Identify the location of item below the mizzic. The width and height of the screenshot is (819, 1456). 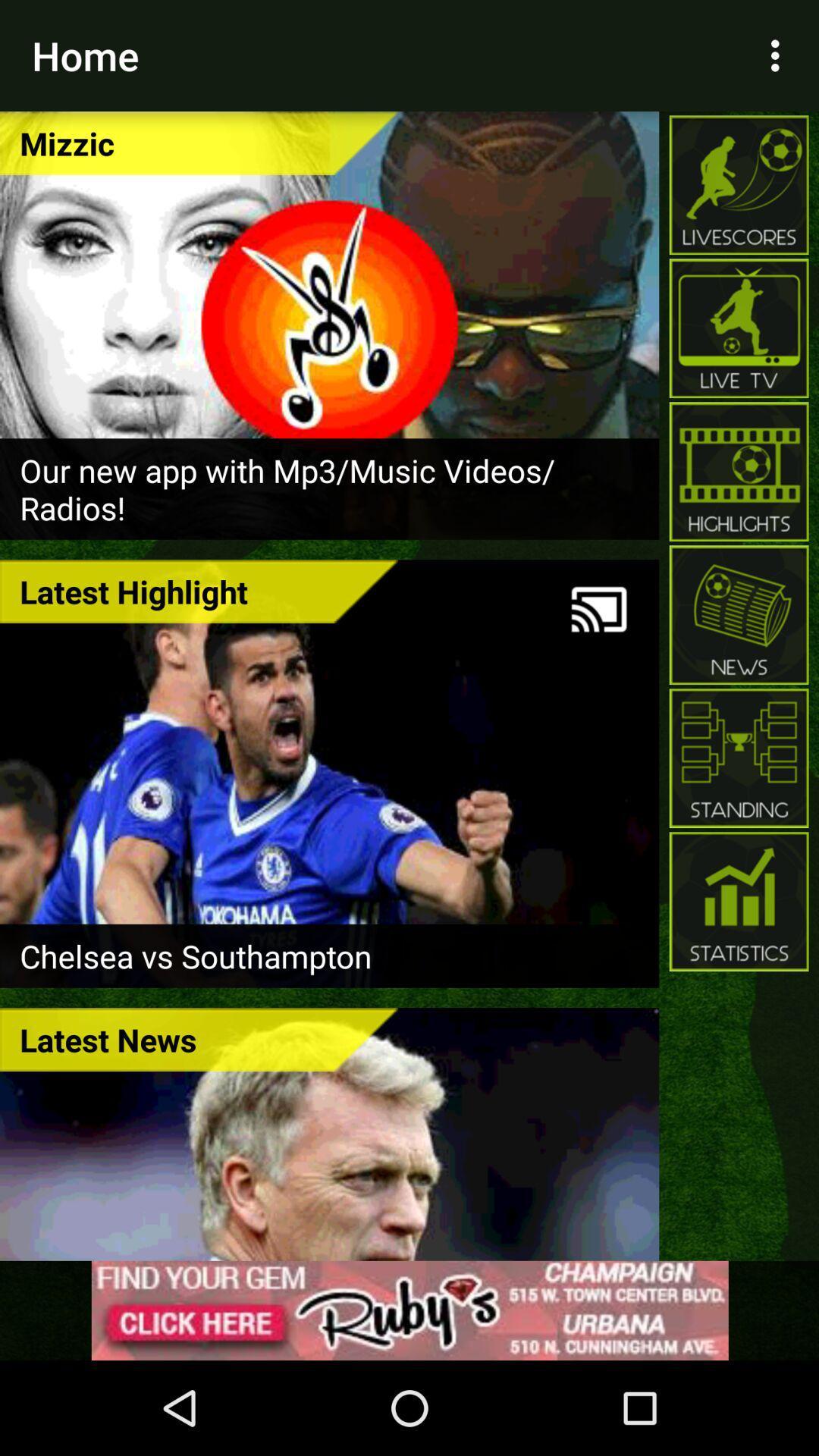
(328, 488).